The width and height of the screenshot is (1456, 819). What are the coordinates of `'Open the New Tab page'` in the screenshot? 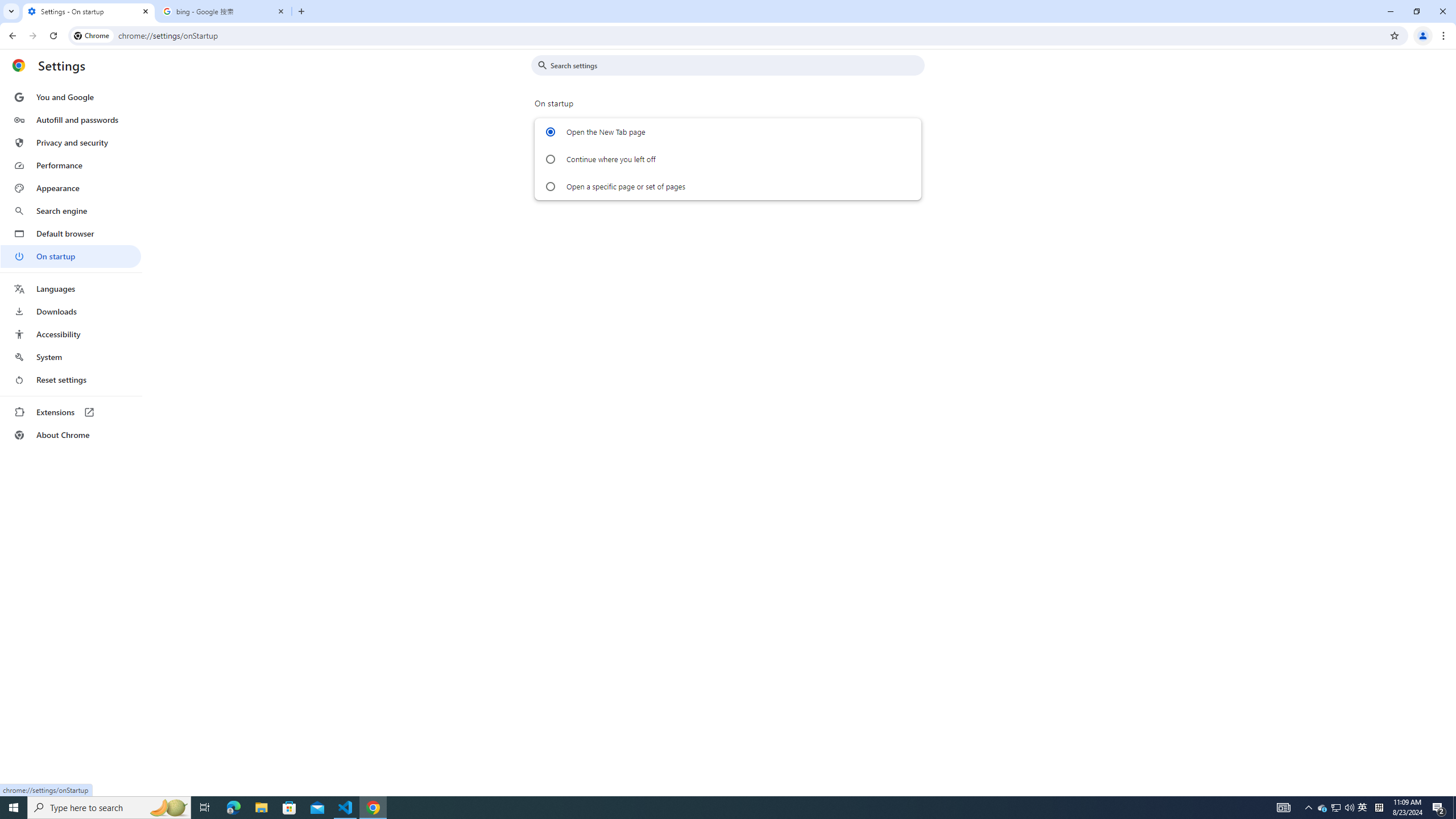 It's located at (549, 131).